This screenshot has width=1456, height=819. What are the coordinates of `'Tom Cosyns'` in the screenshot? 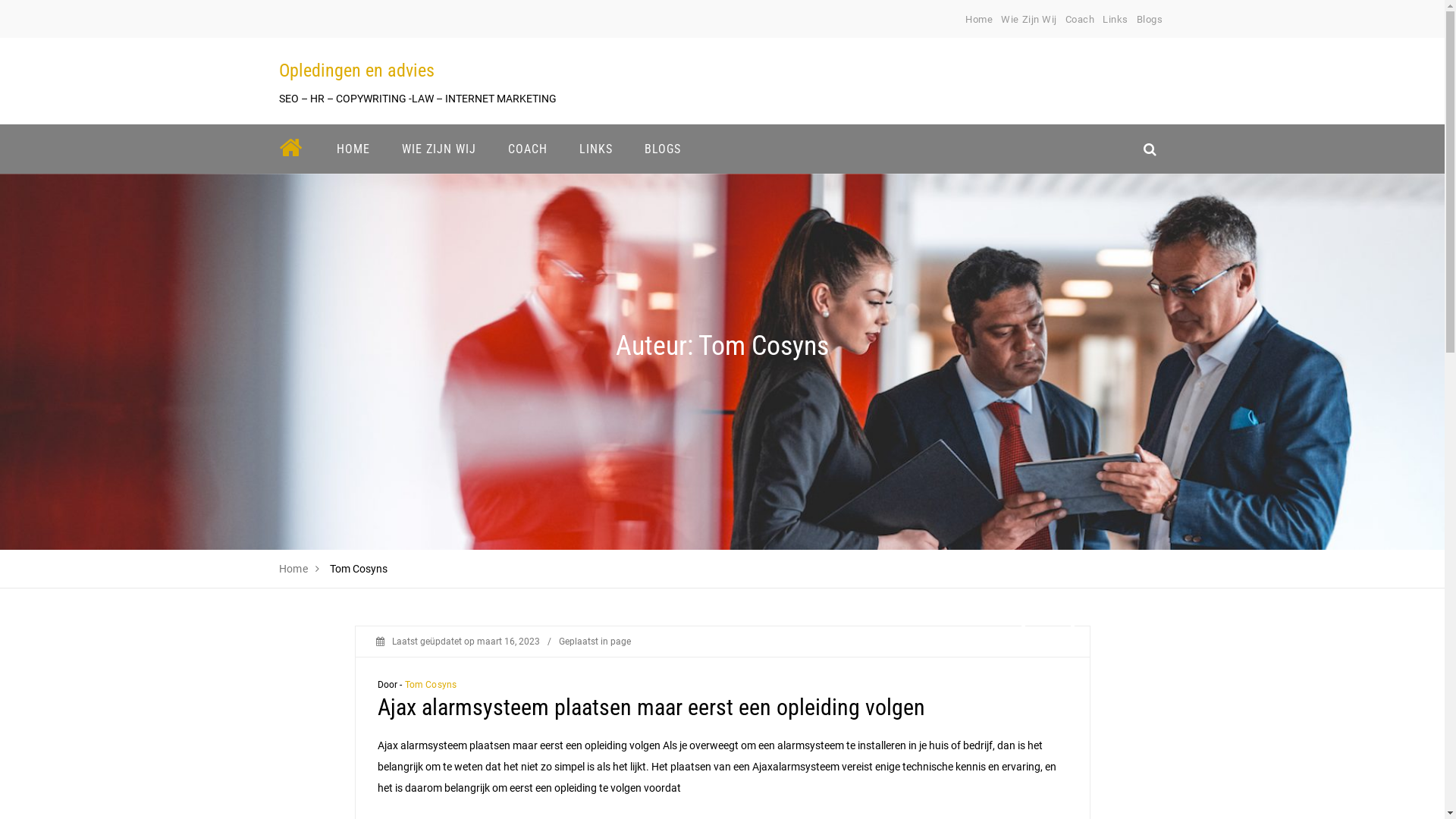 It's located at (430, 684).